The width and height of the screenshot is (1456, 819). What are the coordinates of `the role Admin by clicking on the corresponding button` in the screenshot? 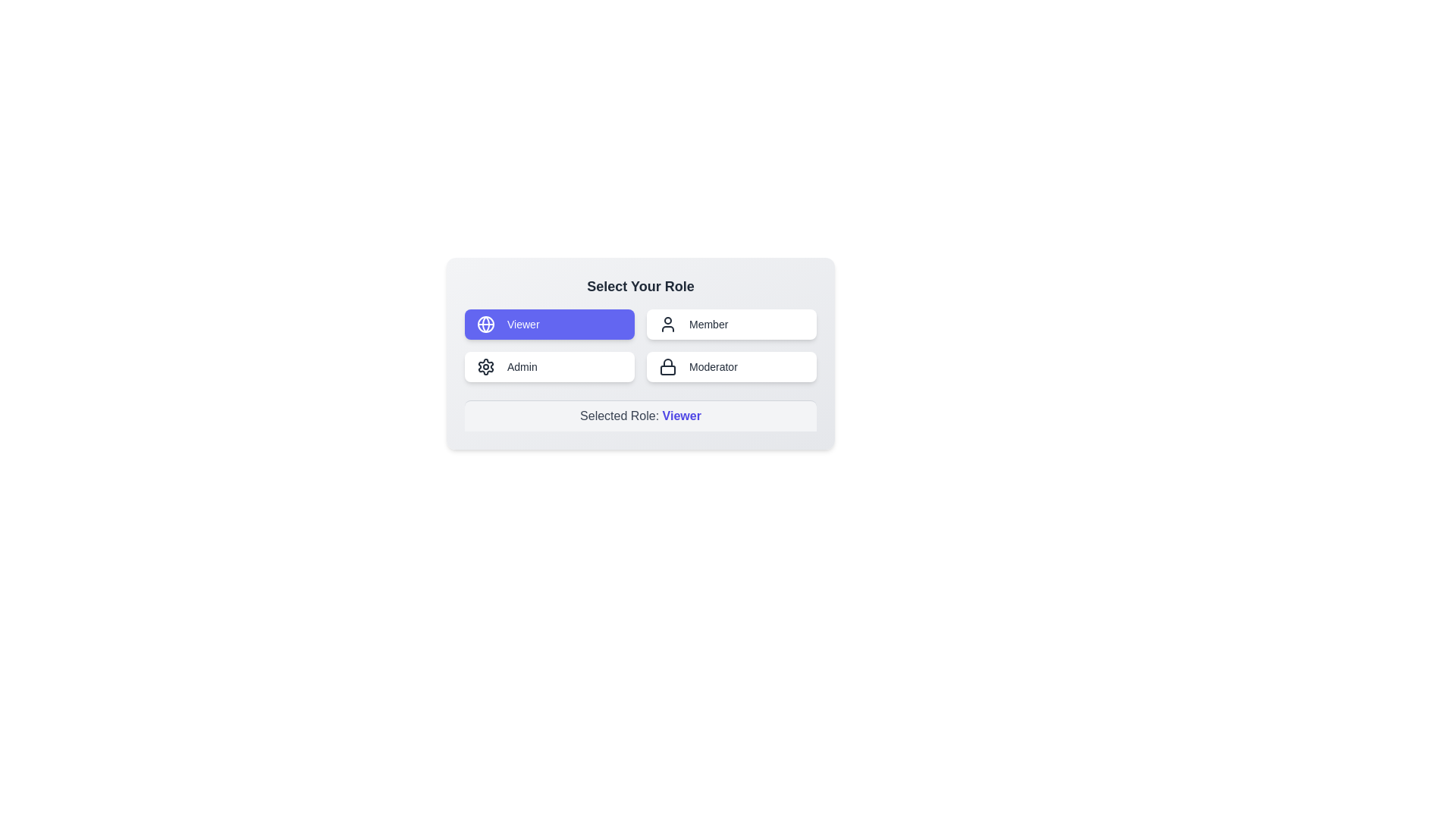 It's located at (548, 366).